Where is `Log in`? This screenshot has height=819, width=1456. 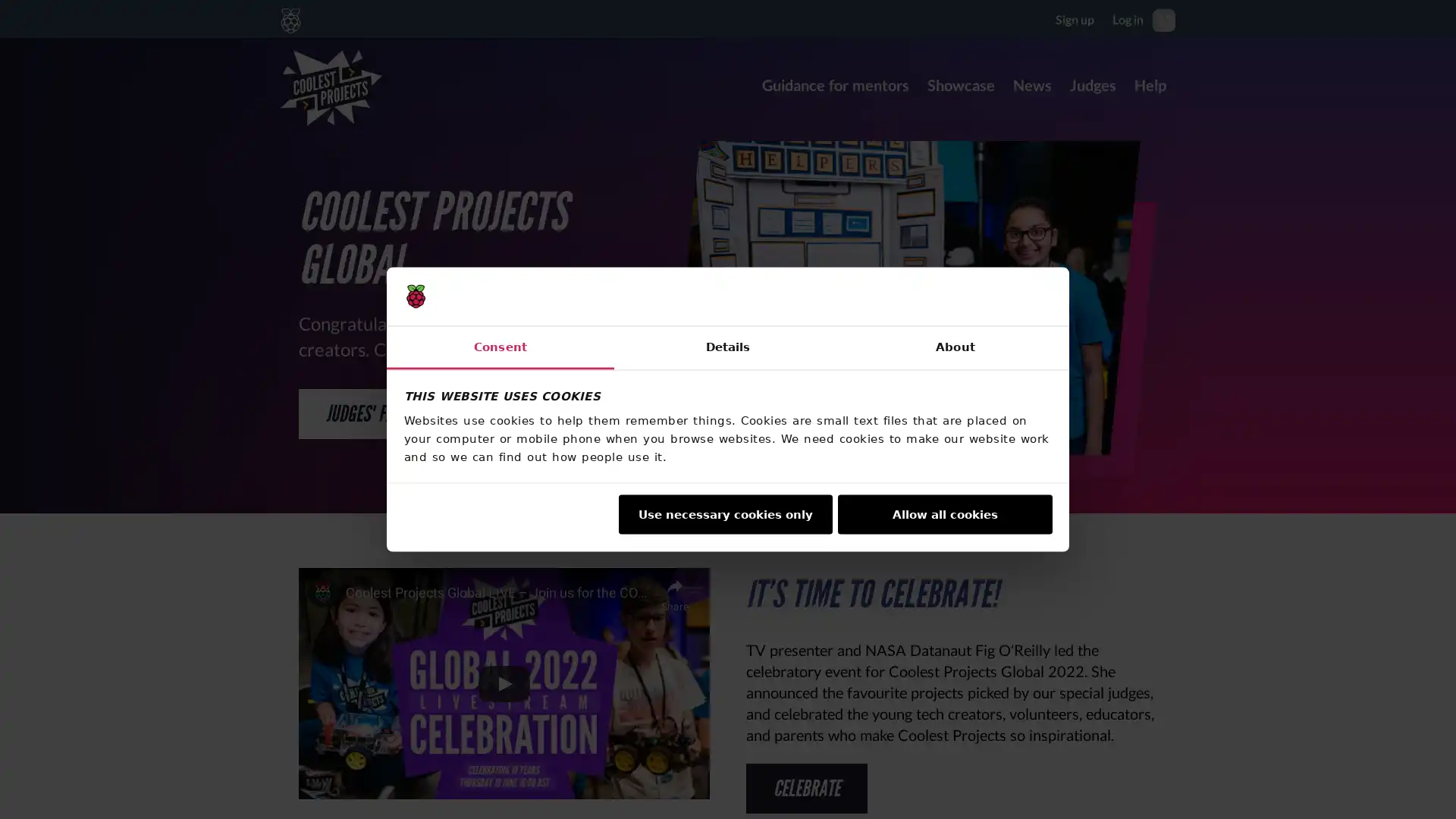
Log in is located at coordinates (1128, 18).